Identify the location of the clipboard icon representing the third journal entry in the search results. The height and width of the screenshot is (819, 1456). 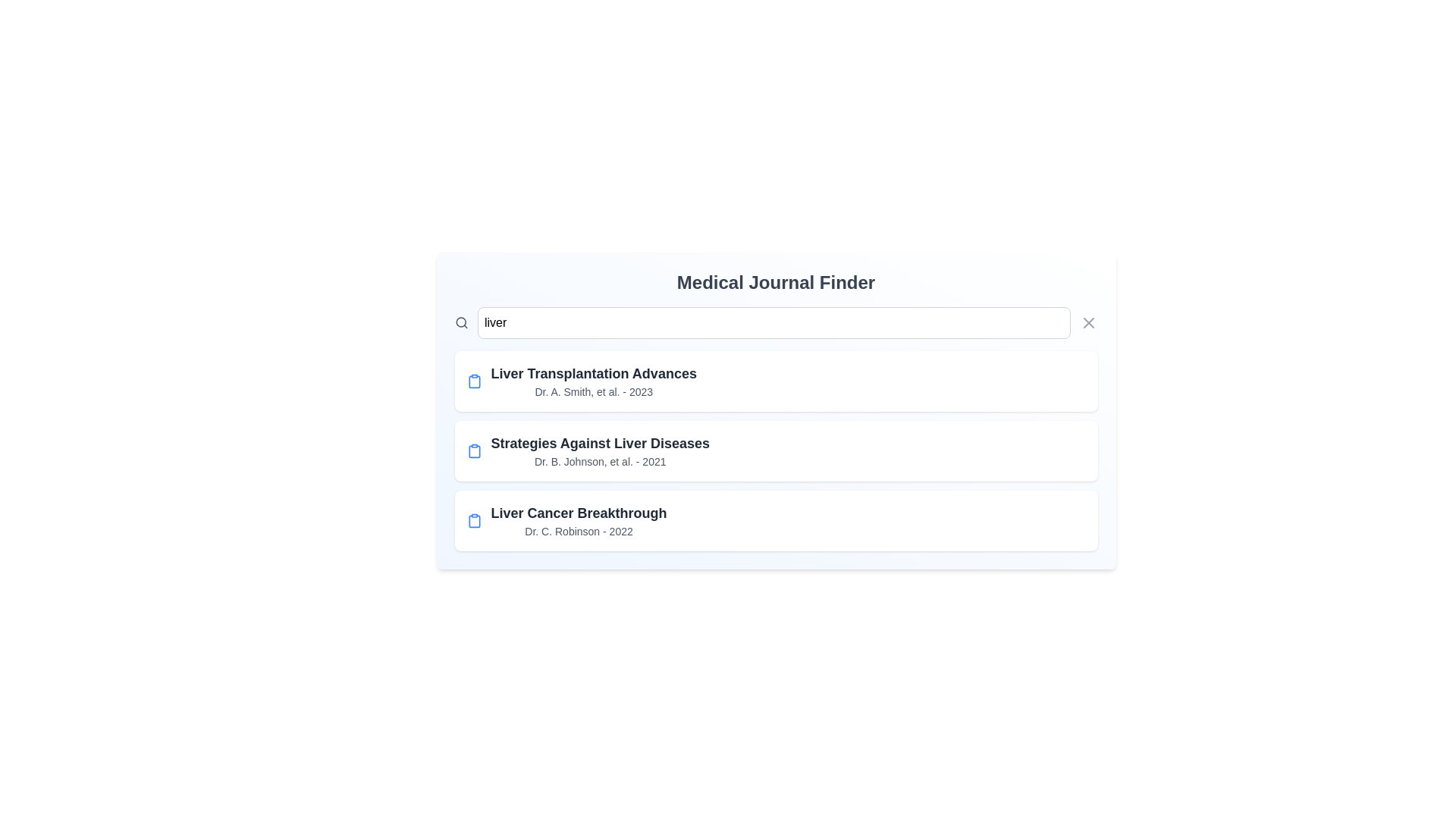
(473, 520).